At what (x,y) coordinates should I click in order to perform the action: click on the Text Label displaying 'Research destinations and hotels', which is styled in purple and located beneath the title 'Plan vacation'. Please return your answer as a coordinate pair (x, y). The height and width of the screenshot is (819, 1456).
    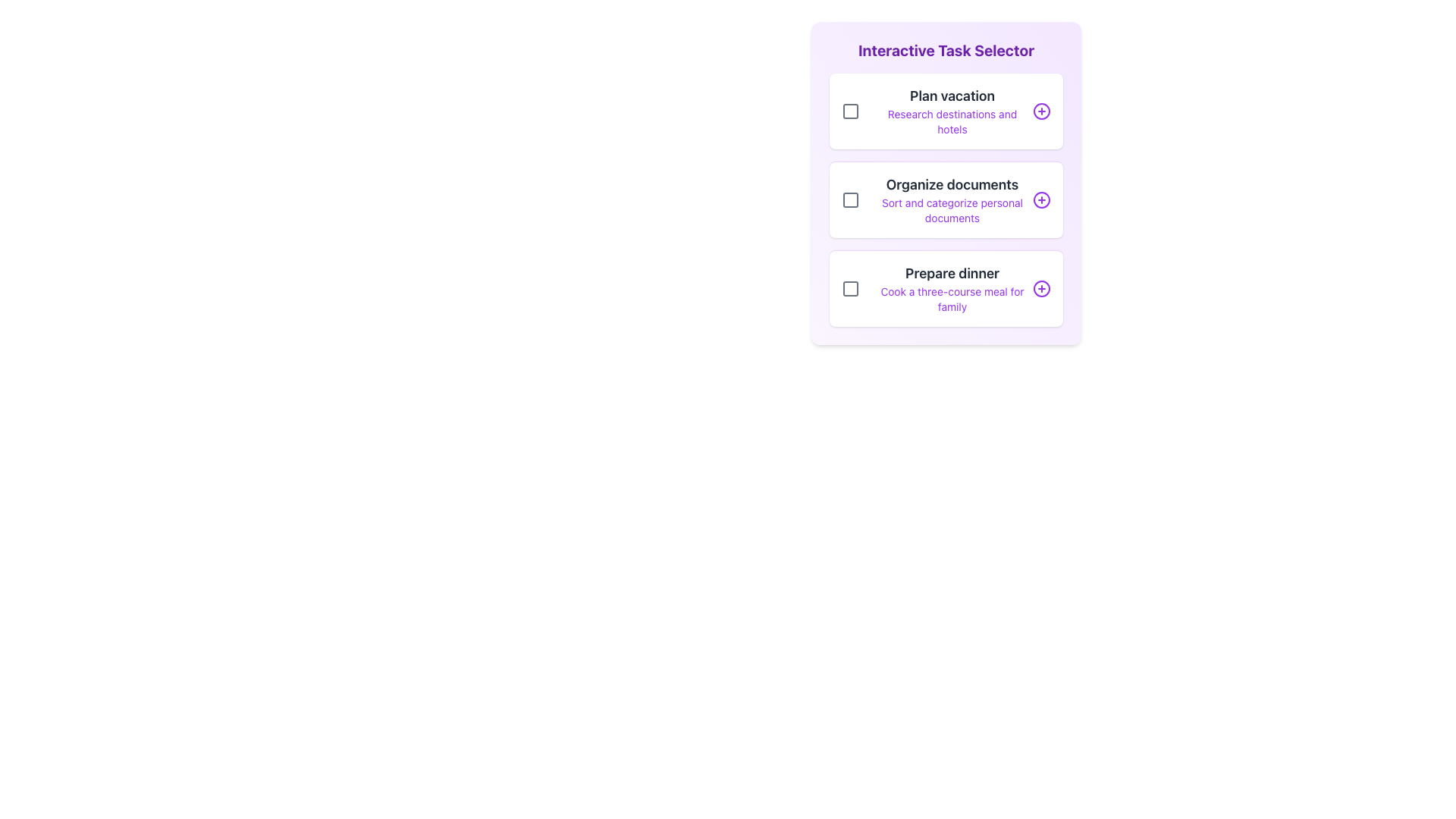
    Looking at the image, I should click on (952, 121).